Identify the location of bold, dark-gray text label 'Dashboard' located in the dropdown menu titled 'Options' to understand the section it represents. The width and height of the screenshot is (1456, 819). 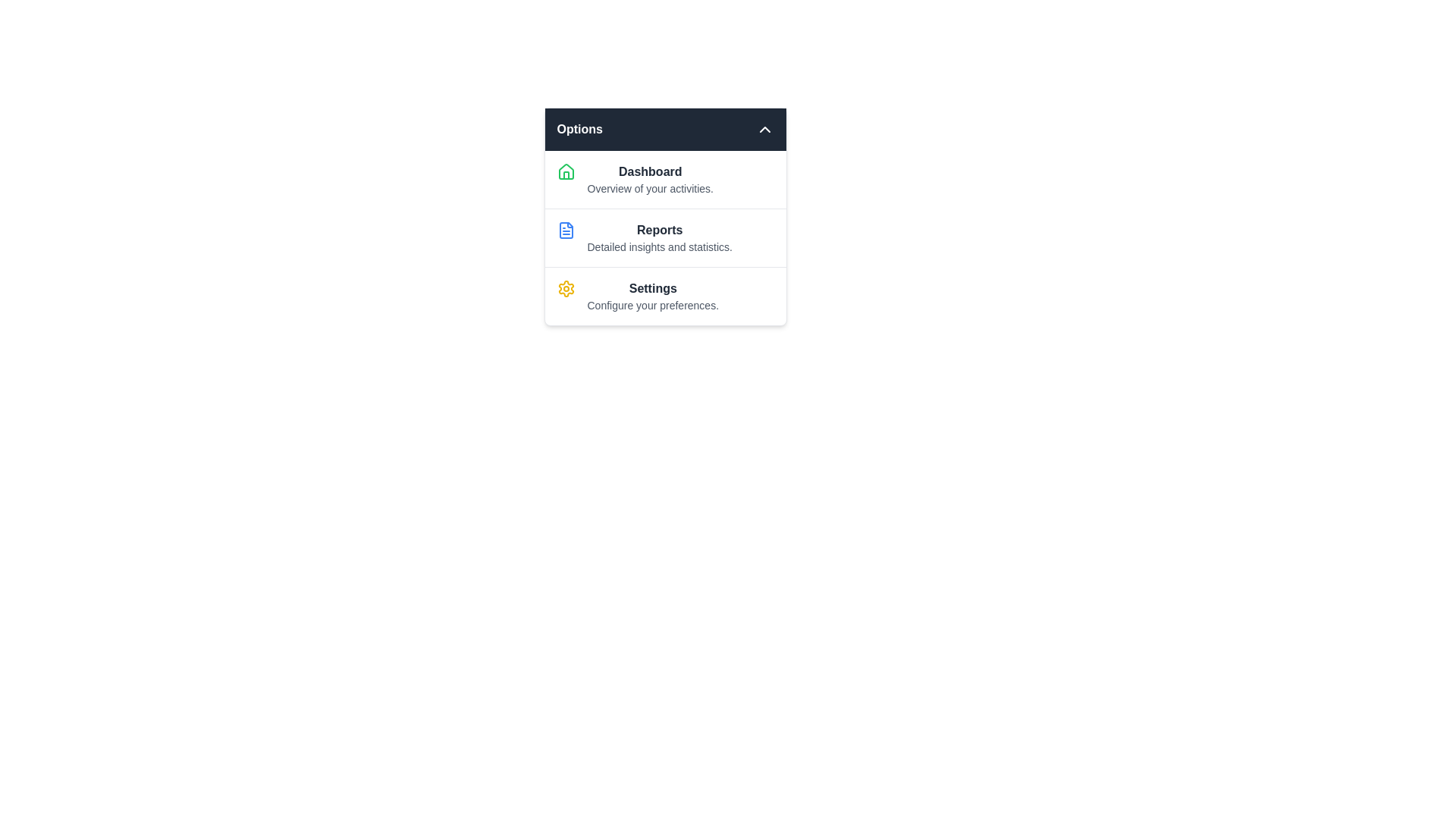
(650, 171).